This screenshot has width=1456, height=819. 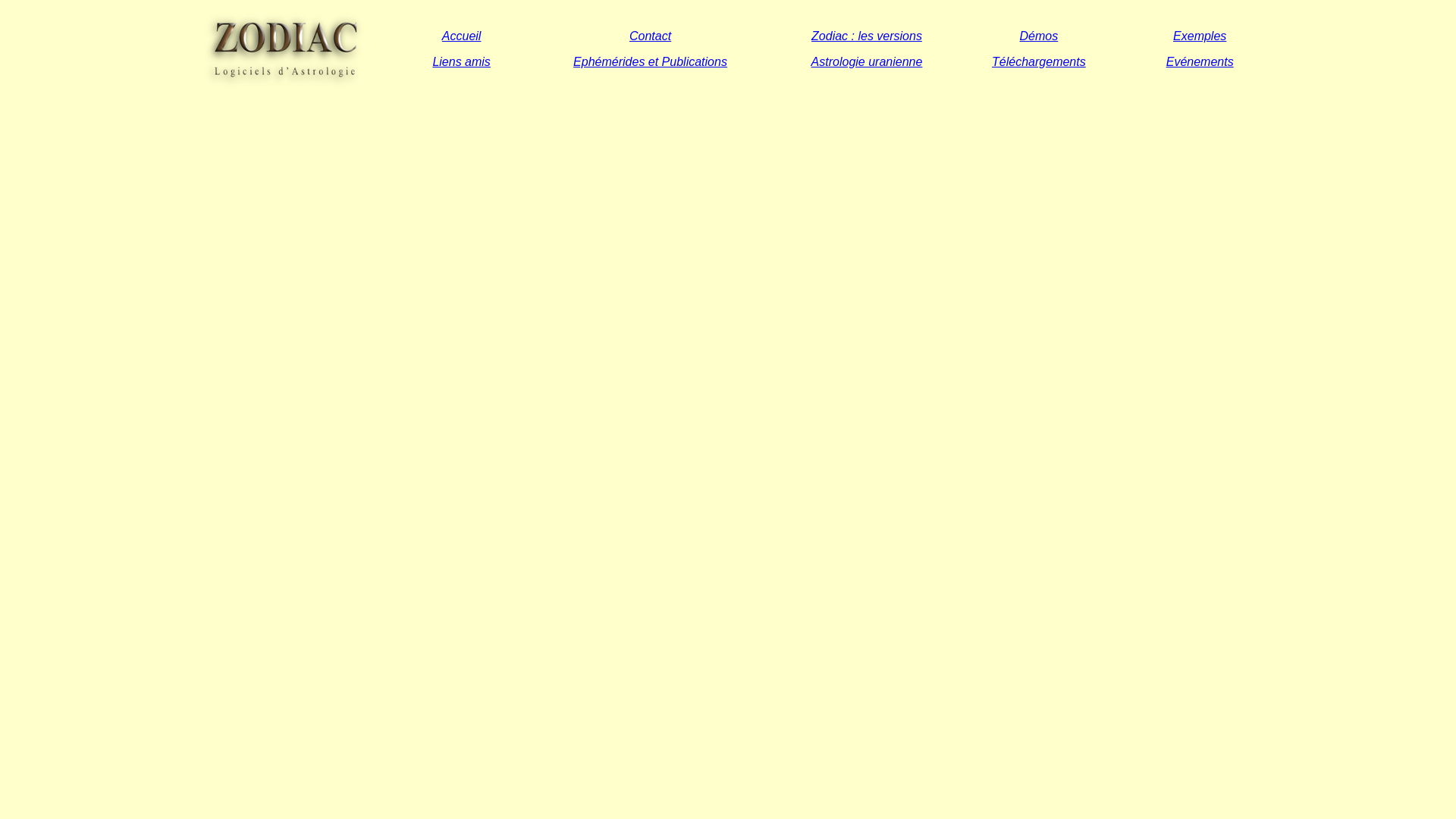 What do you see at coordinates (461, 34) in the screenshot?
I see `'Accueil'` at bounding box center [461, 34].